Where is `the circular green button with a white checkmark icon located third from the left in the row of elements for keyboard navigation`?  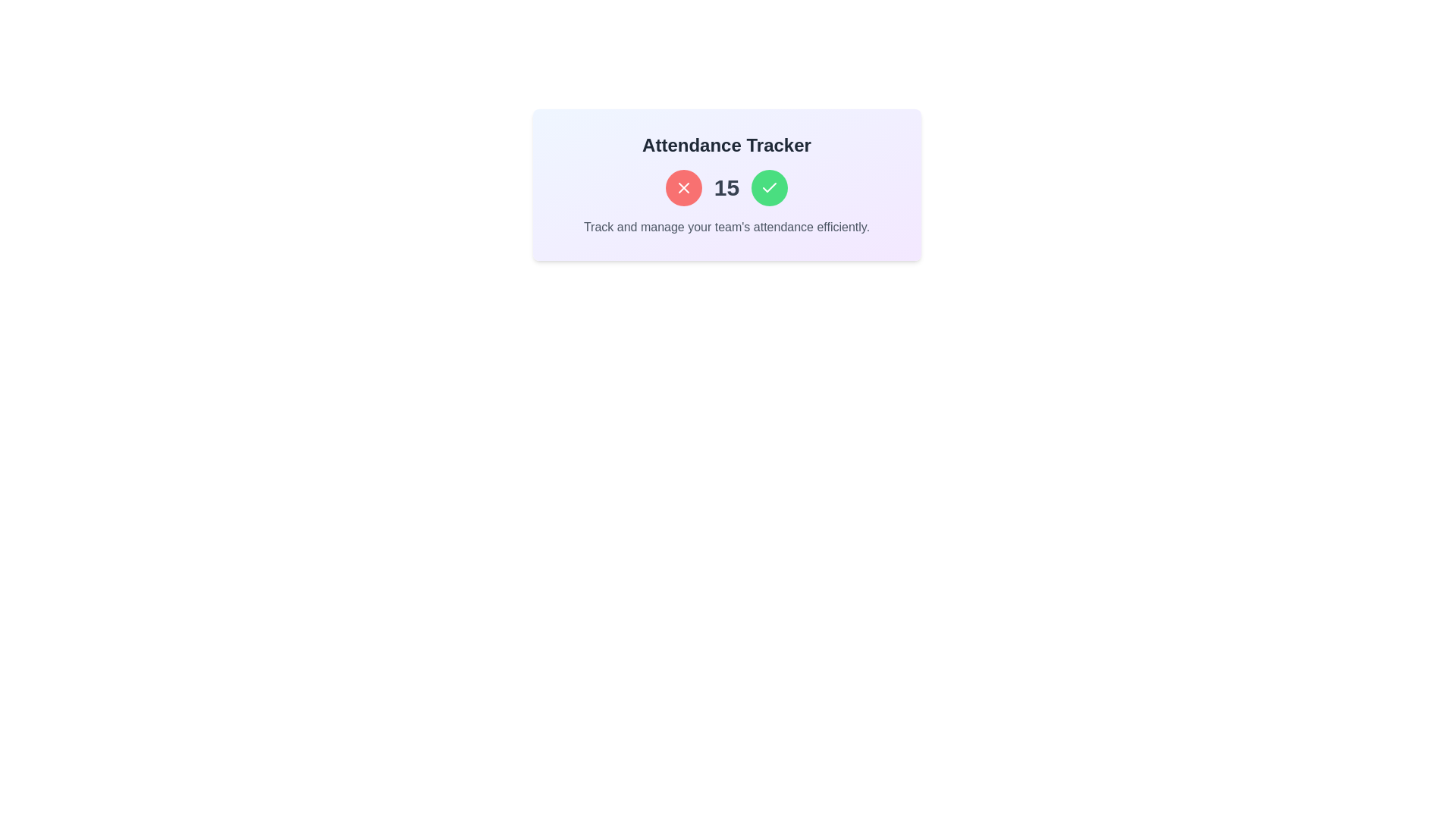 the circular green button with a white checkmark icon located third from the left in the row of elements for keyboard navigation is located at coordinates (770, 187).